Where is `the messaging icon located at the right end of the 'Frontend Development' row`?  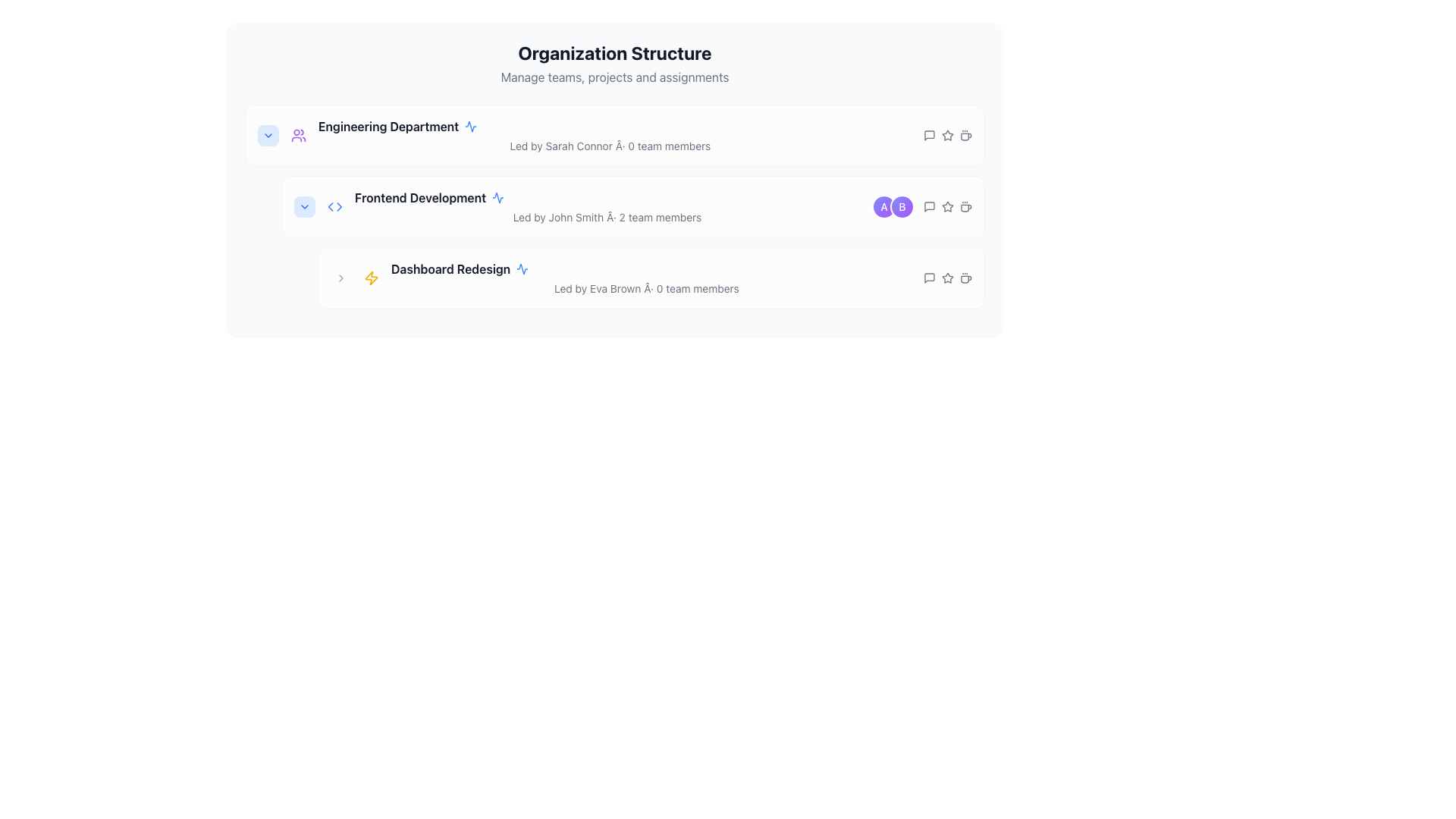 the messaging icon located at the right end of the 'Frontend Development' row is located at coordinates (928, 207).